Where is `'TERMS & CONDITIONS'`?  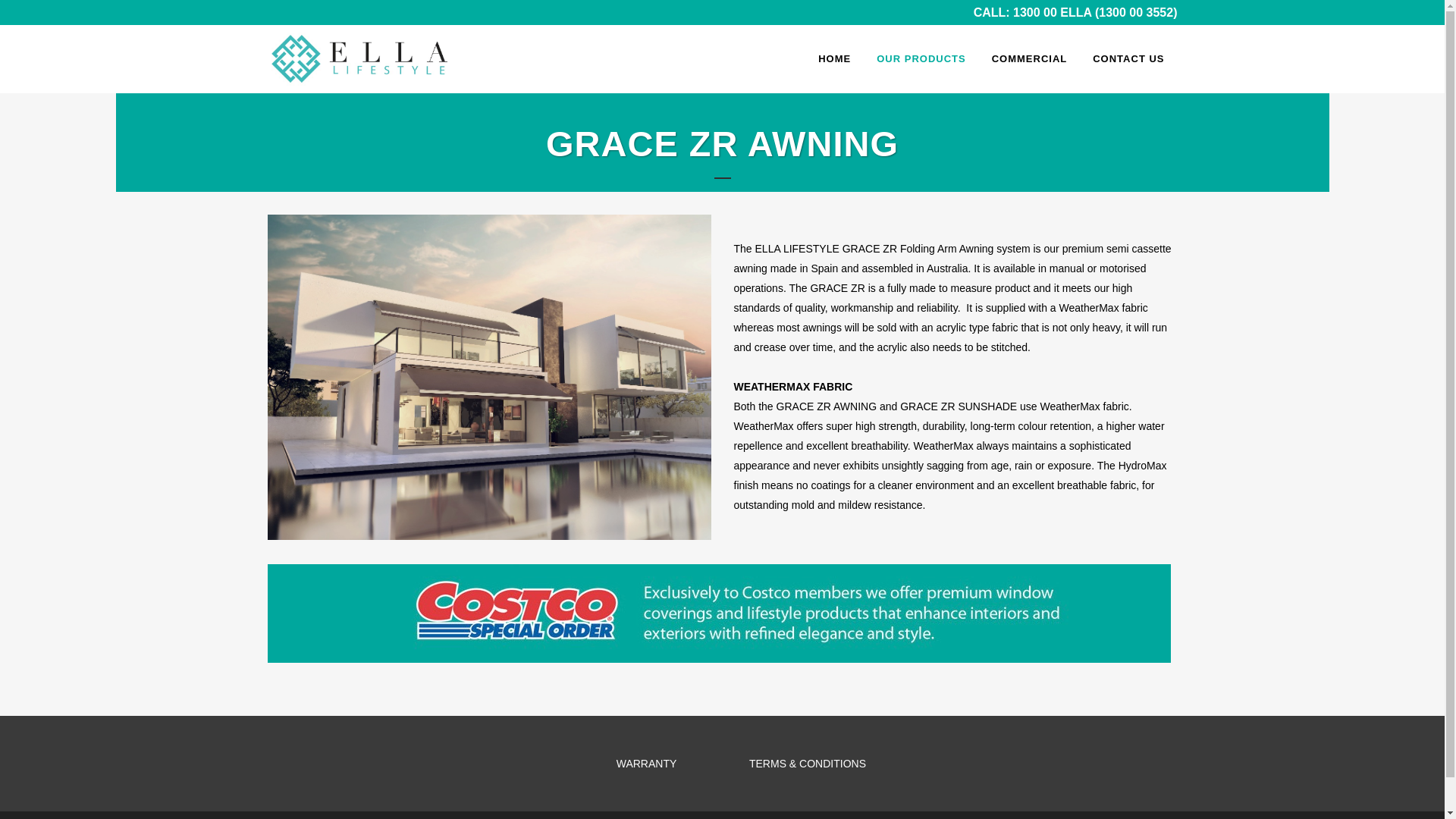
'TERMS & CONDITIONS' is located at coordinates (807, 763).